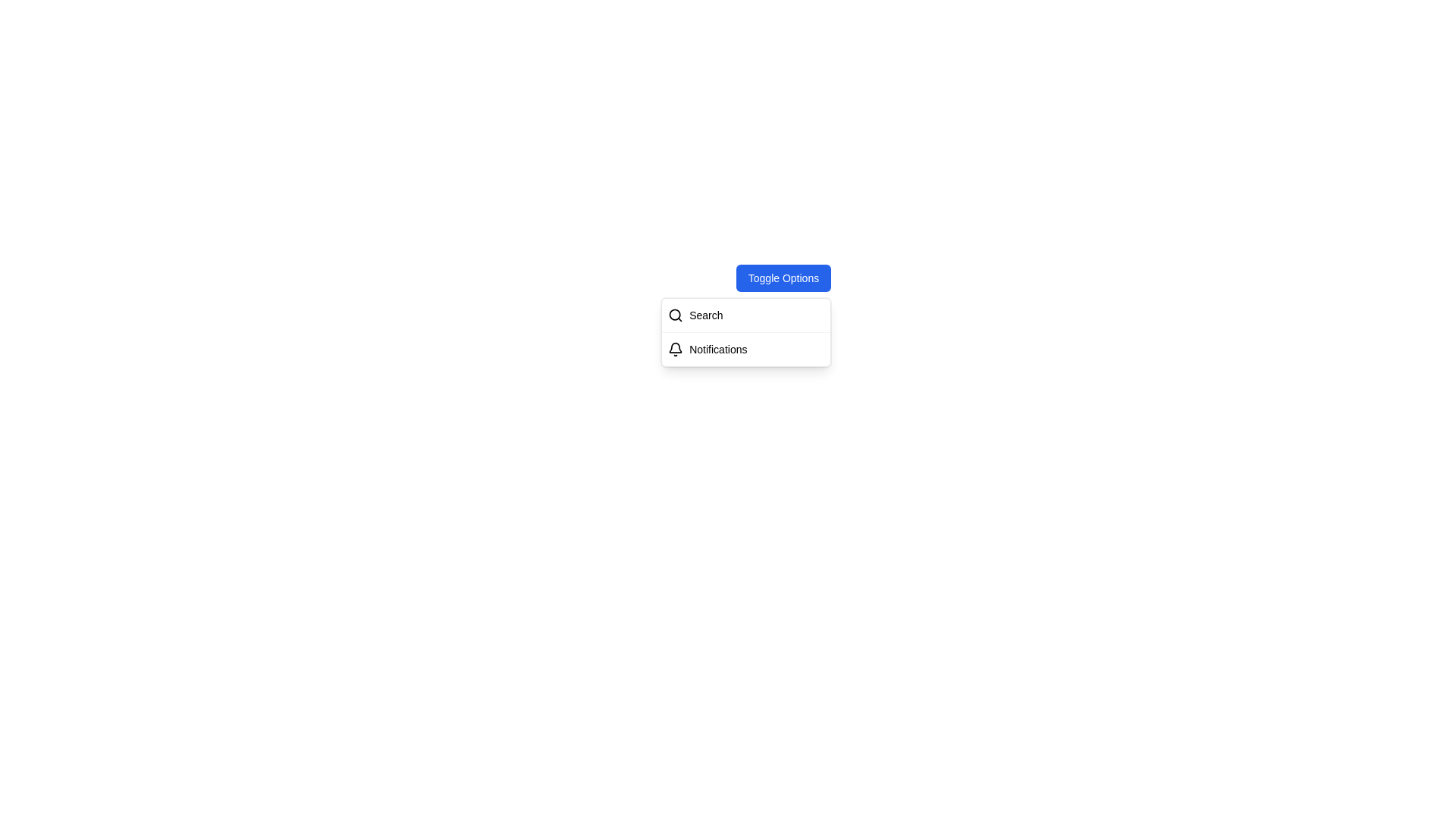  Describe the element at coordinates (783, 278) in the screenshot. I see `the button located at the top of the dropdown menu, which toggles the visibility of additional options` at that location.